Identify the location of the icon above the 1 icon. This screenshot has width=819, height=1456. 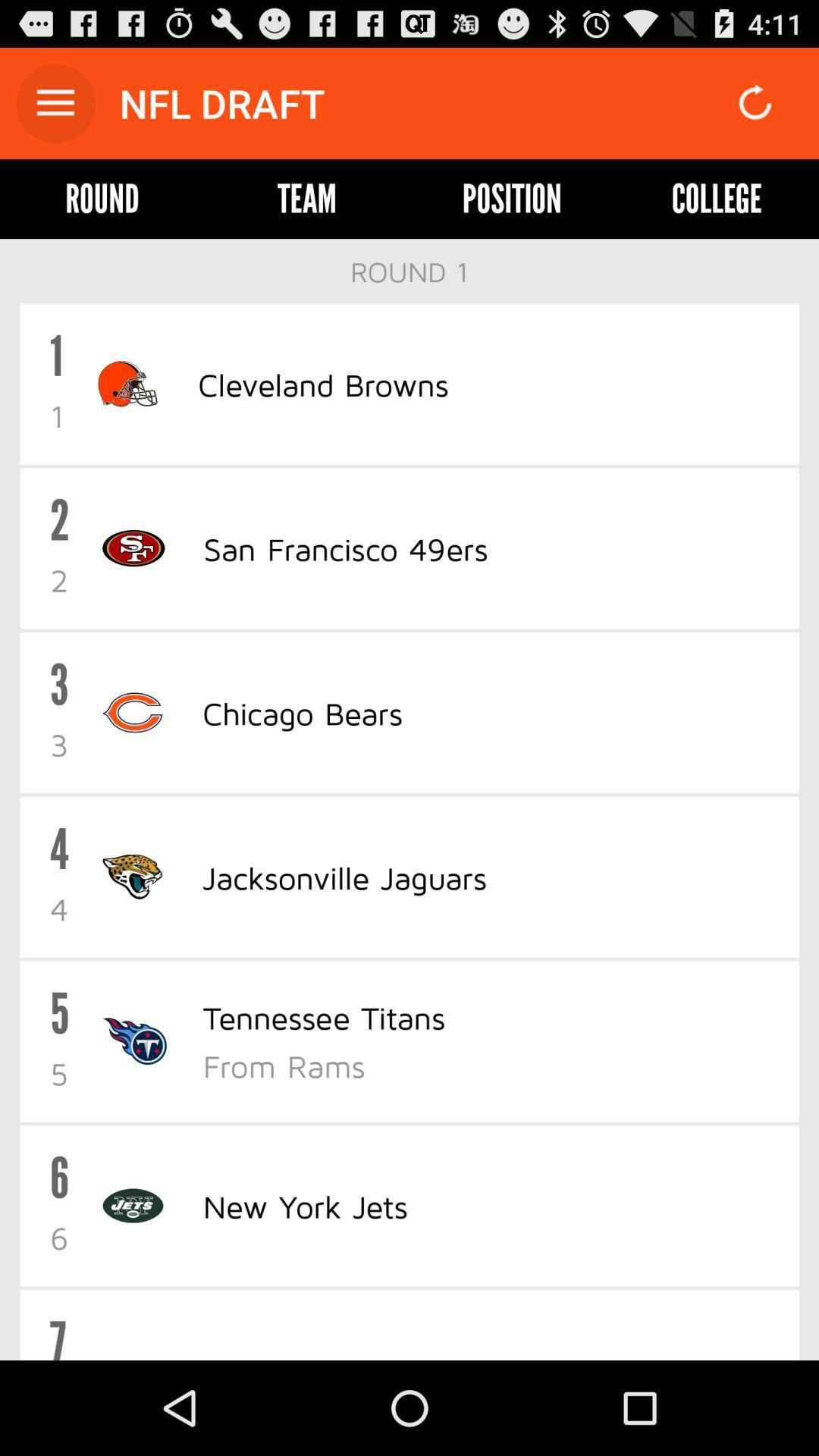
(409, 271).